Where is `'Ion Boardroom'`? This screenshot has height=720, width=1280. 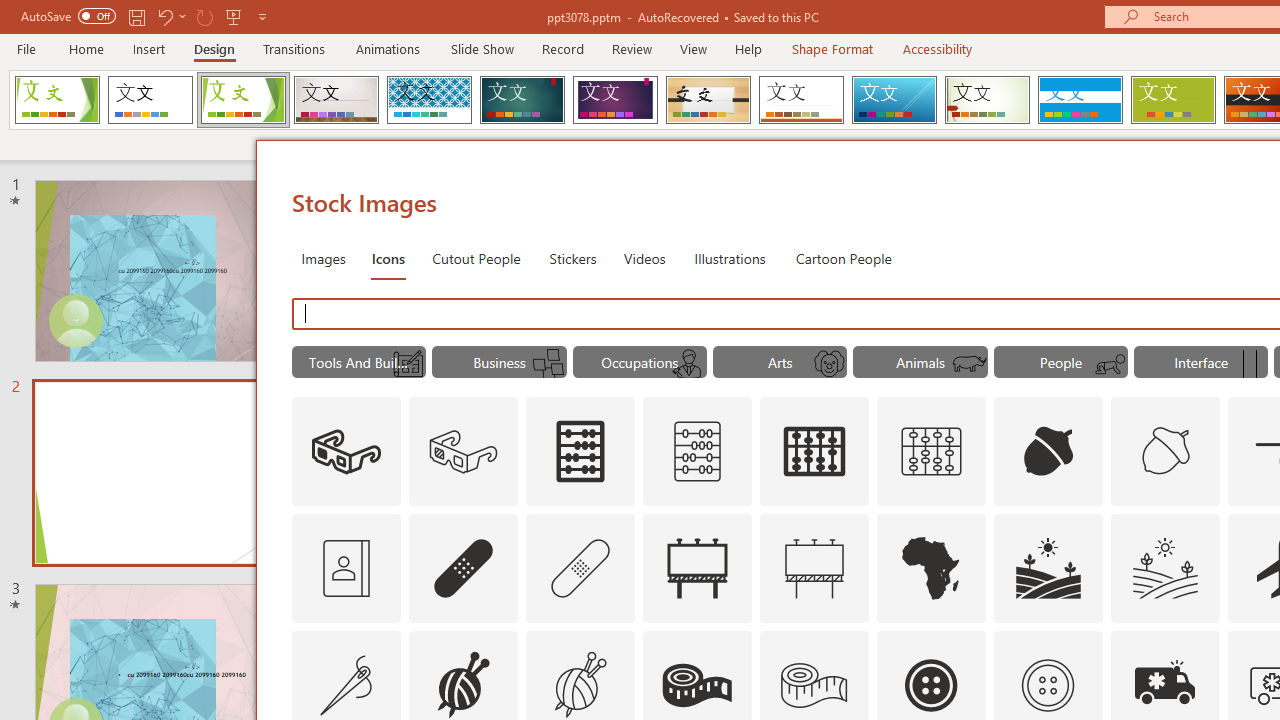 'Ion Boardroom' is located at coordinates (614, 100).